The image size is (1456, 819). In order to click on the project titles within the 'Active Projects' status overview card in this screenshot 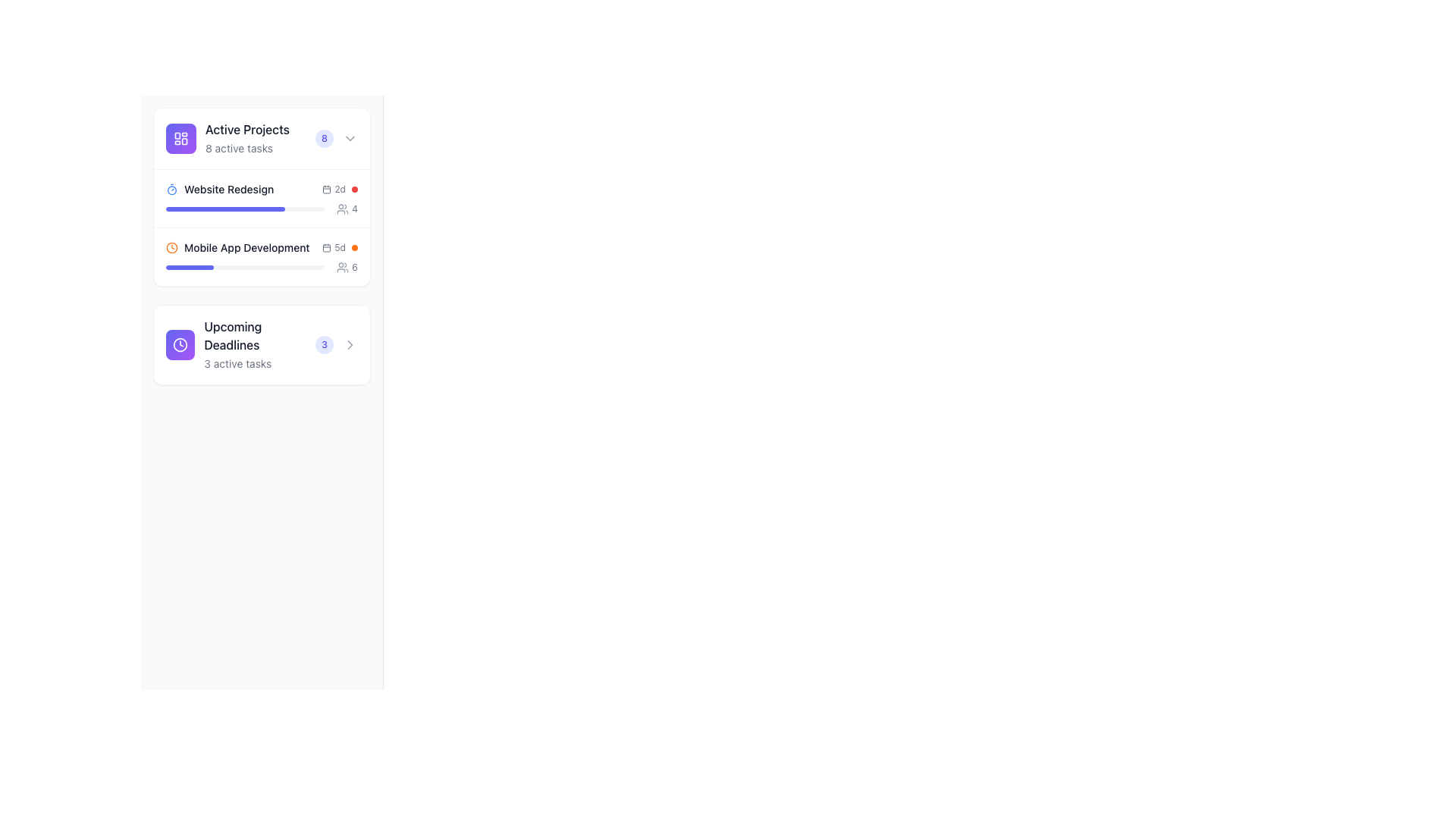, I will do `click(262, 196)`.